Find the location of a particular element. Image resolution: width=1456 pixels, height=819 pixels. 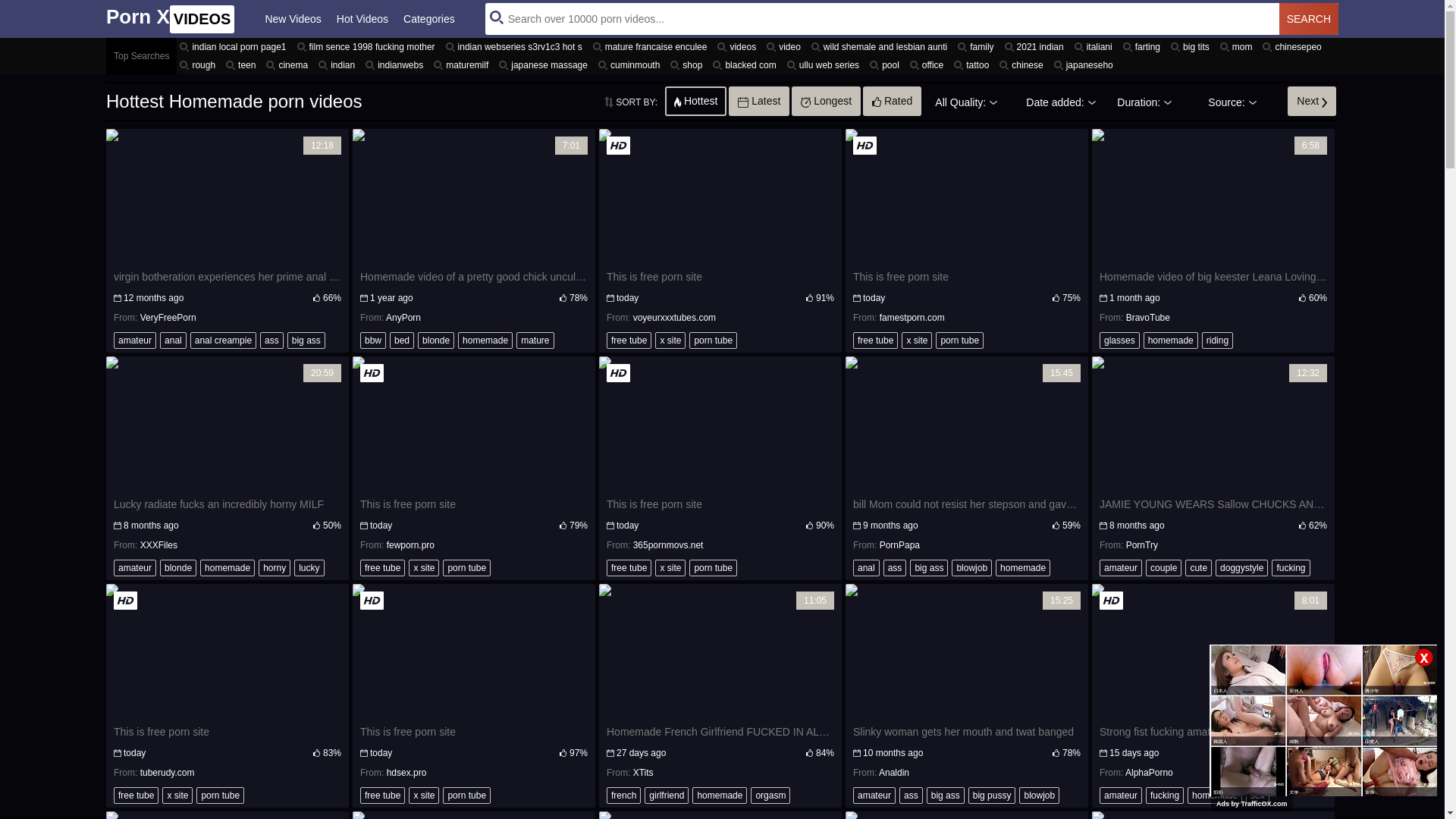

'Hot Videos' is located at coordinates (362, 18).